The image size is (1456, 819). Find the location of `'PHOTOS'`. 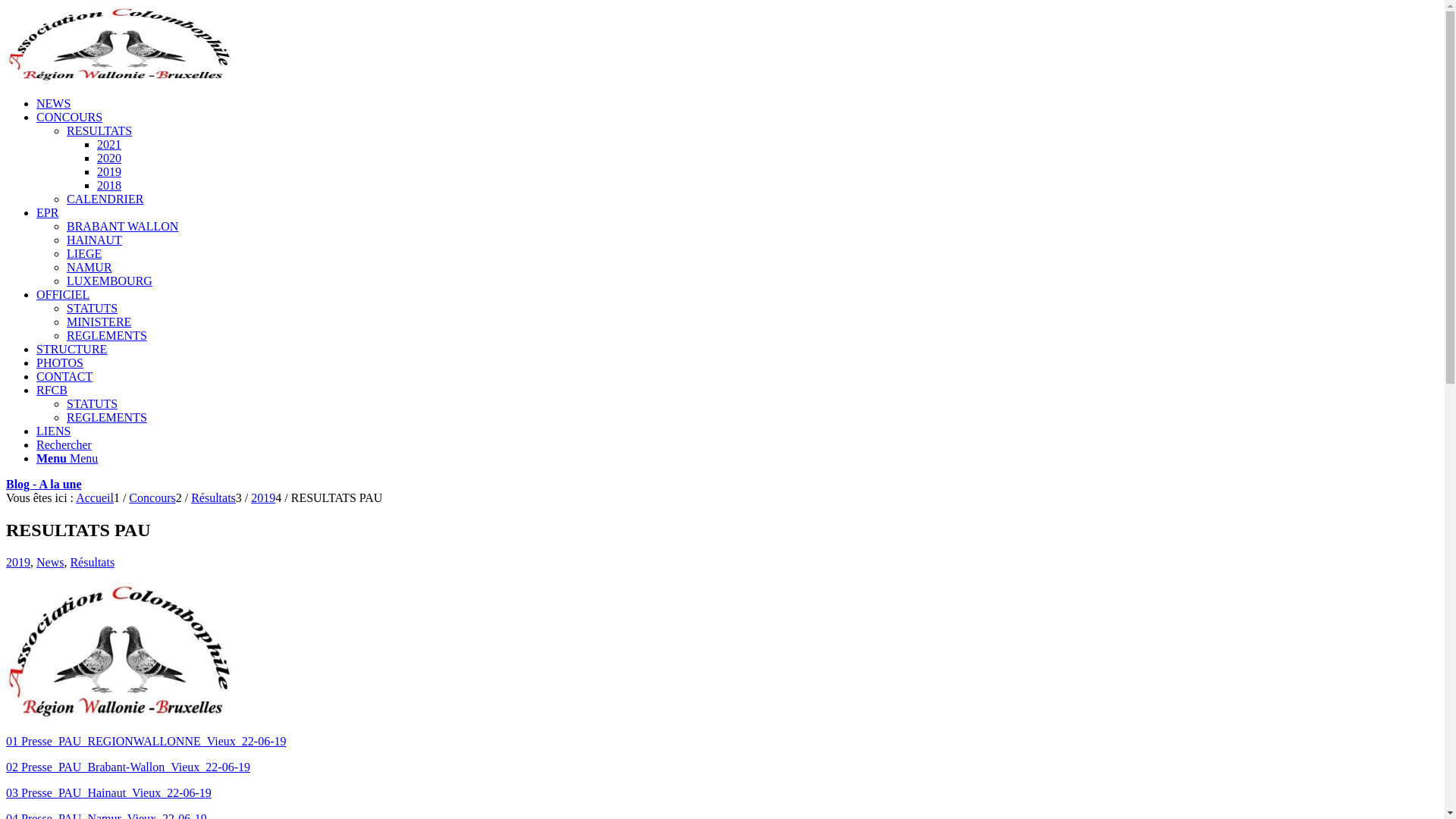

'PHOTOS' is located at coordinates (59, 362).